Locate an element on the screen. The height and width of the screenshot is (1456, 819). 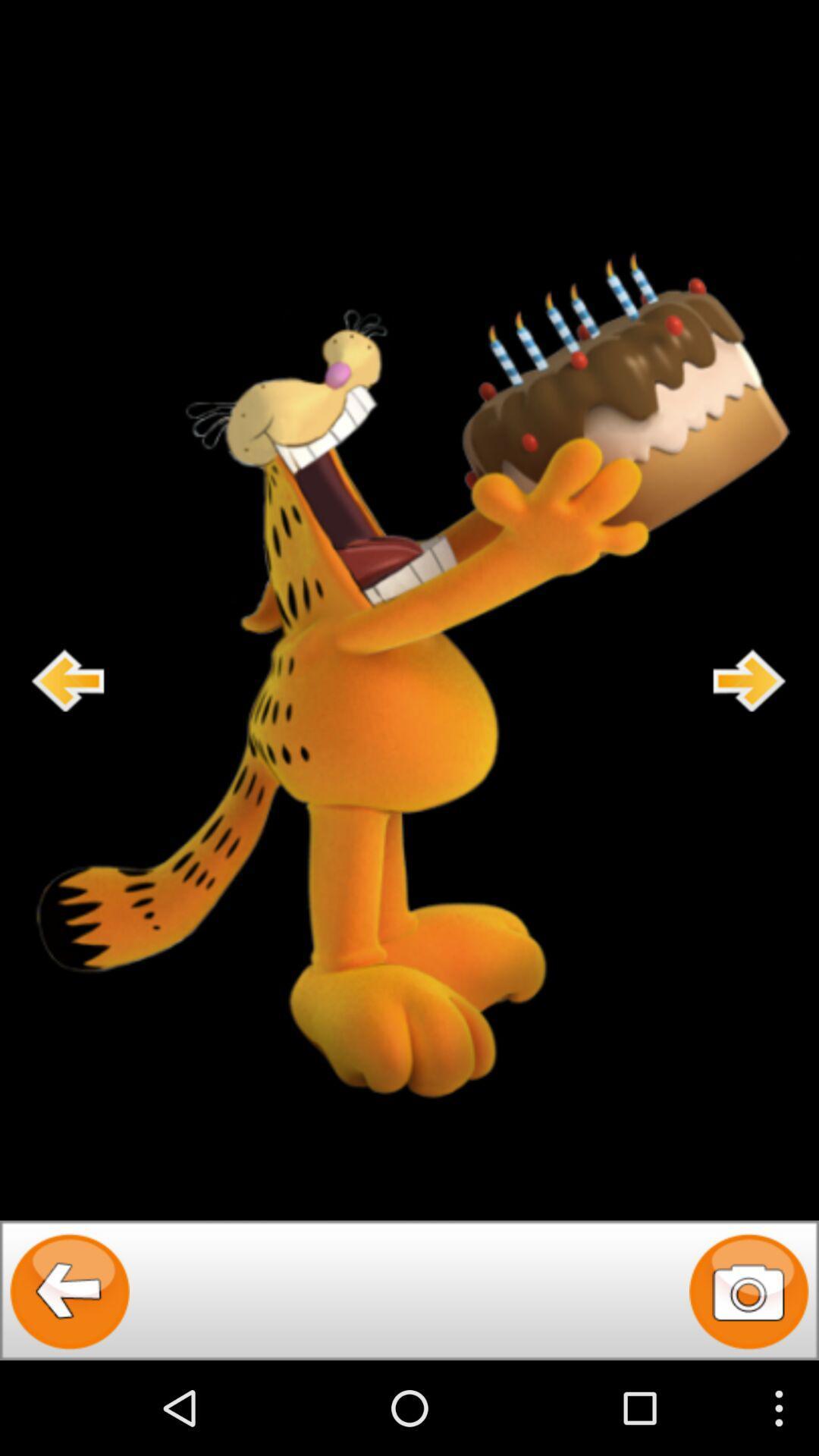
the arrow_backward icon is located at coordinates (68, 728).